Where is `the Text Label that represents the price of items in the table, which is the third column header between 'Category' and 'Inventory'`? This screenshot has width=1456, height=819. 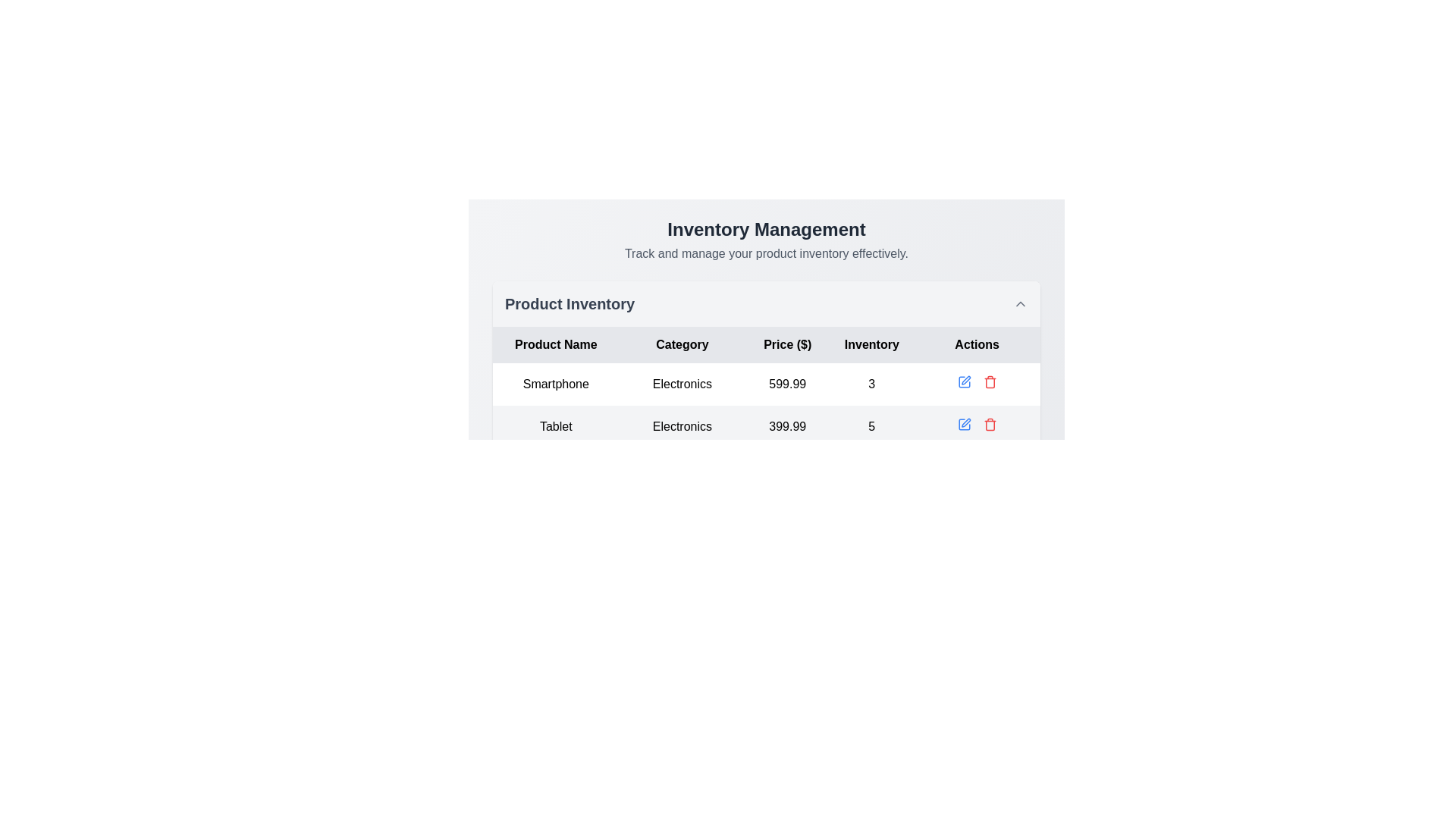
the Text Label that represents the price of items in the table, which is the third column header between 'Category' and 'Inventory' is located at coordinates (787, 345).